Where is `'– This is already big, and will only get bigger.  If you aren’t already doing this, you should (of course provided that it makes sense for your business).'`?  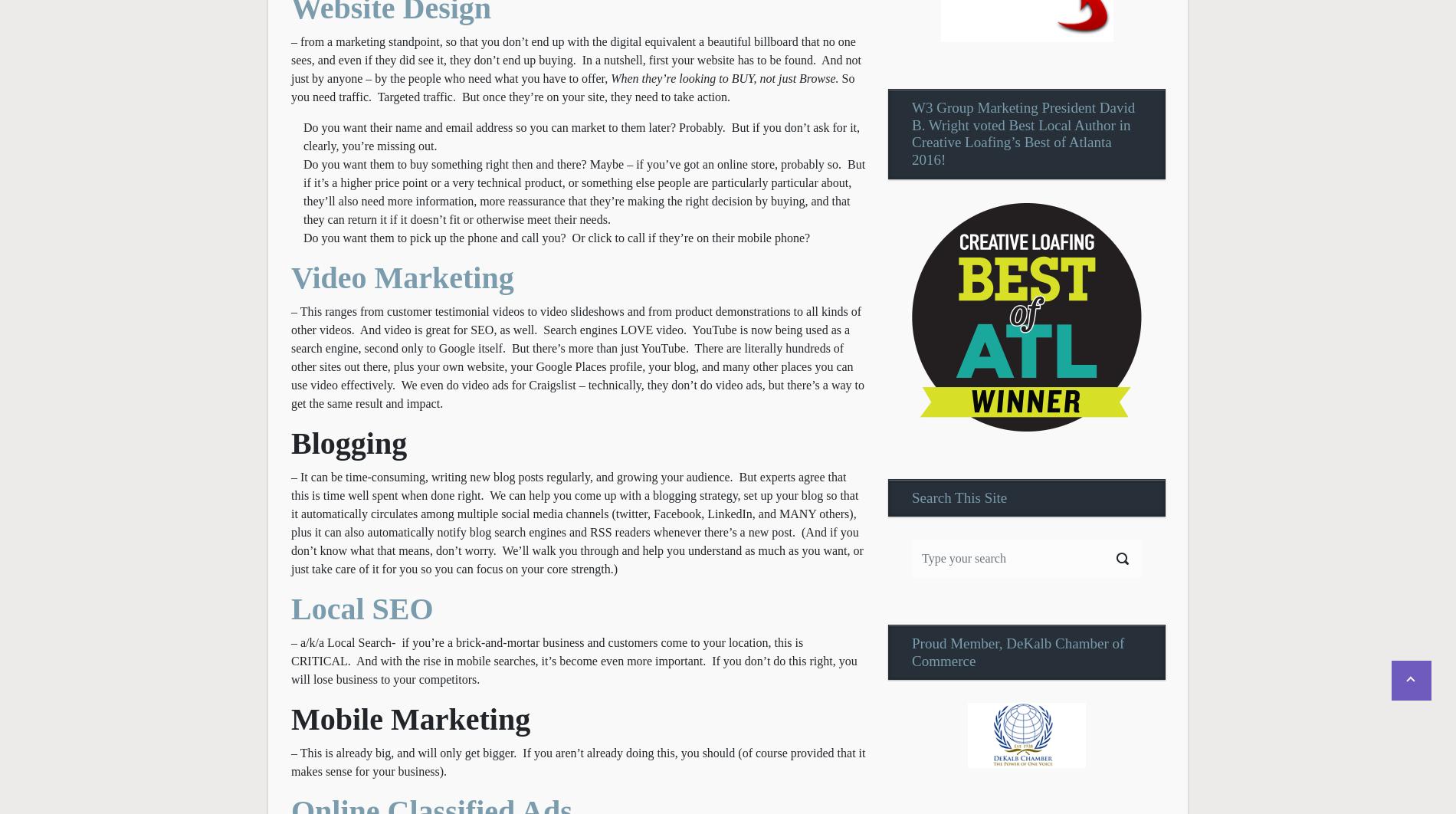
'– This is already big, and will only get bigger.  If you aren’t already doing this, you should (of course provided that it makes sense for your business).' is located at coordinates (577, 760).